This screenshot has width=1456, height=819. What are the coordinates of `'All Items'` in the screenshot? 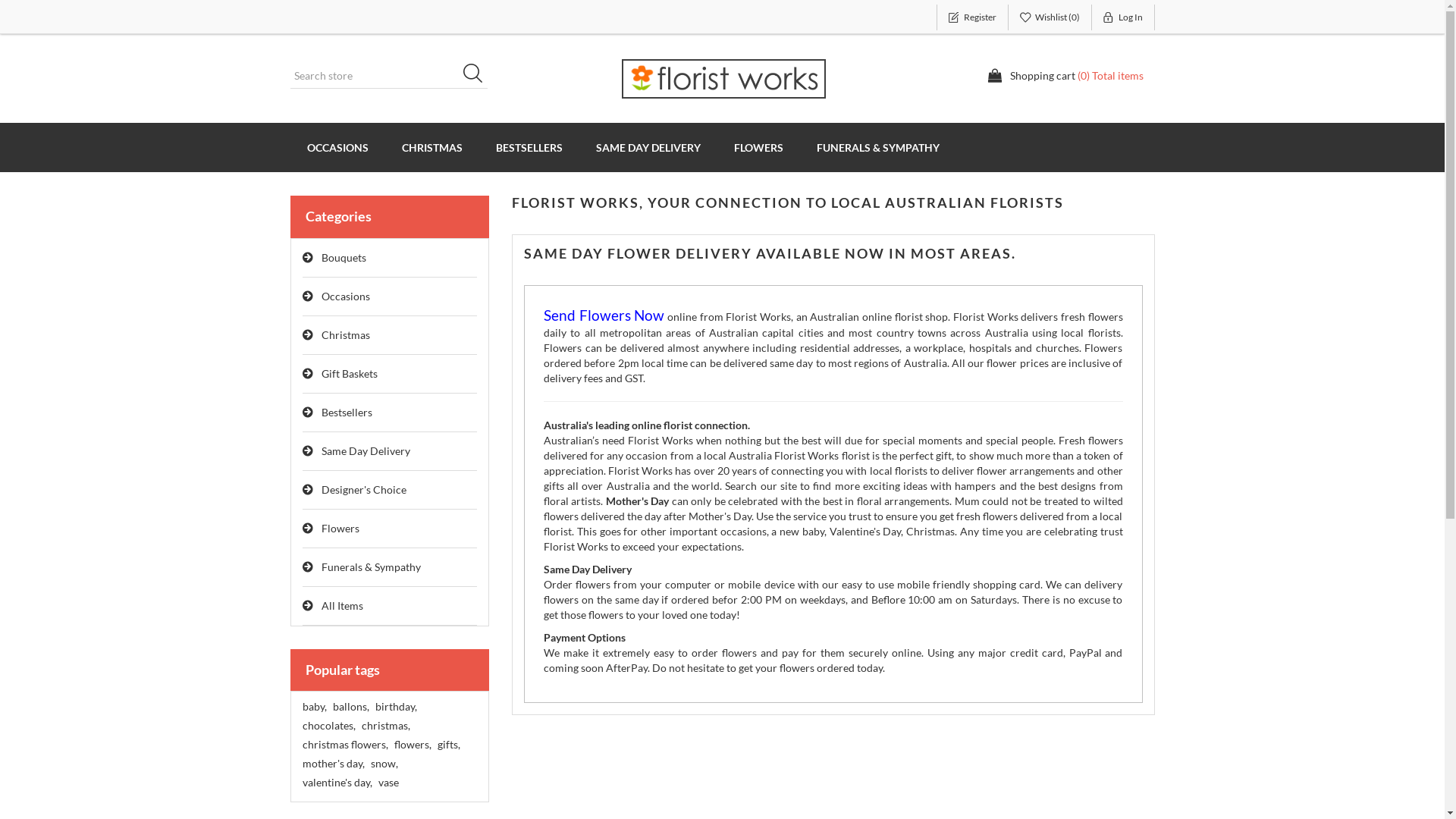 It's located at (302, 605).